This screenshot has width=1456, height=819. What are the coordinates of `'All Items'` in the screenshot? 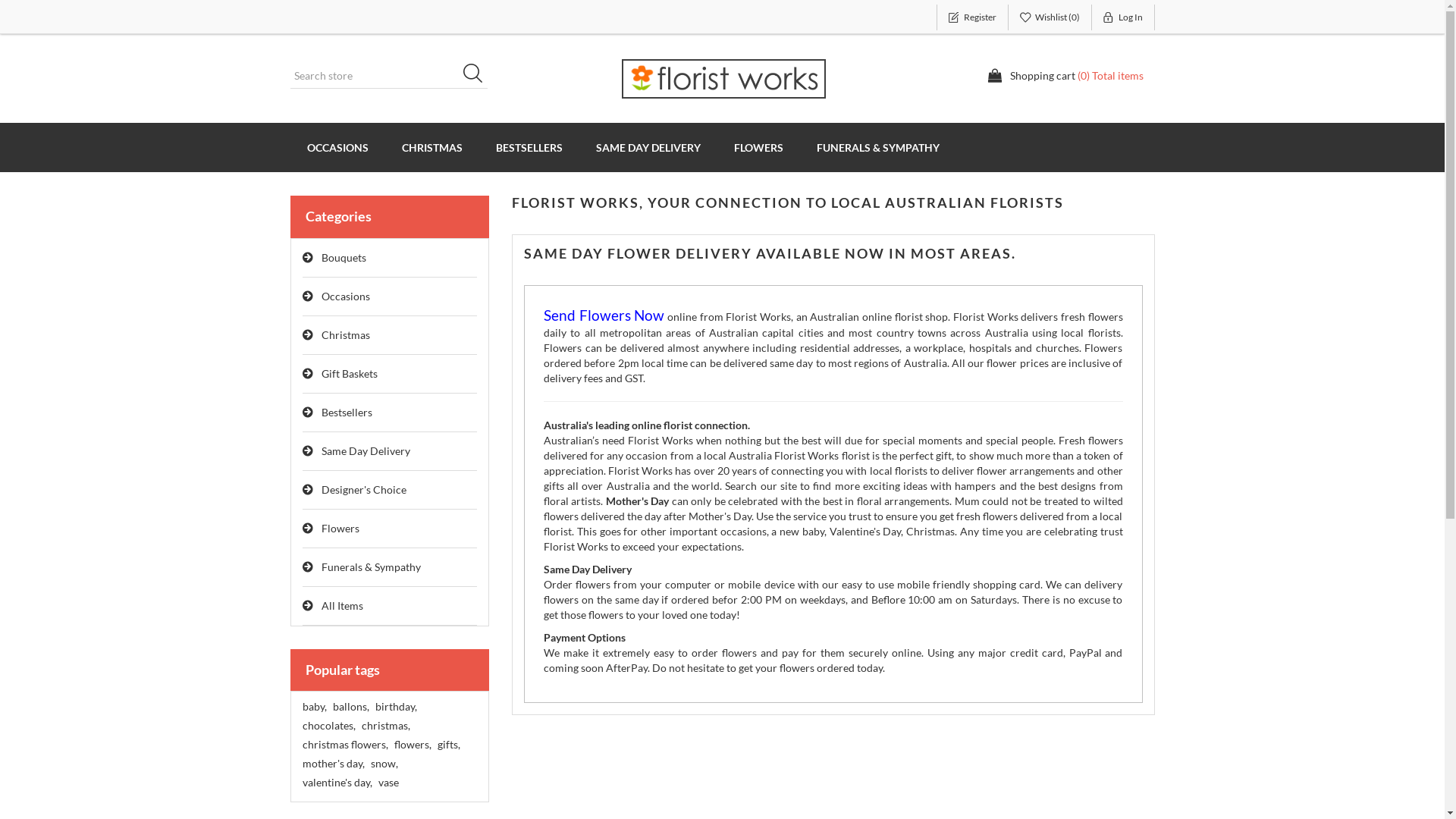 It's located at (302, 605).